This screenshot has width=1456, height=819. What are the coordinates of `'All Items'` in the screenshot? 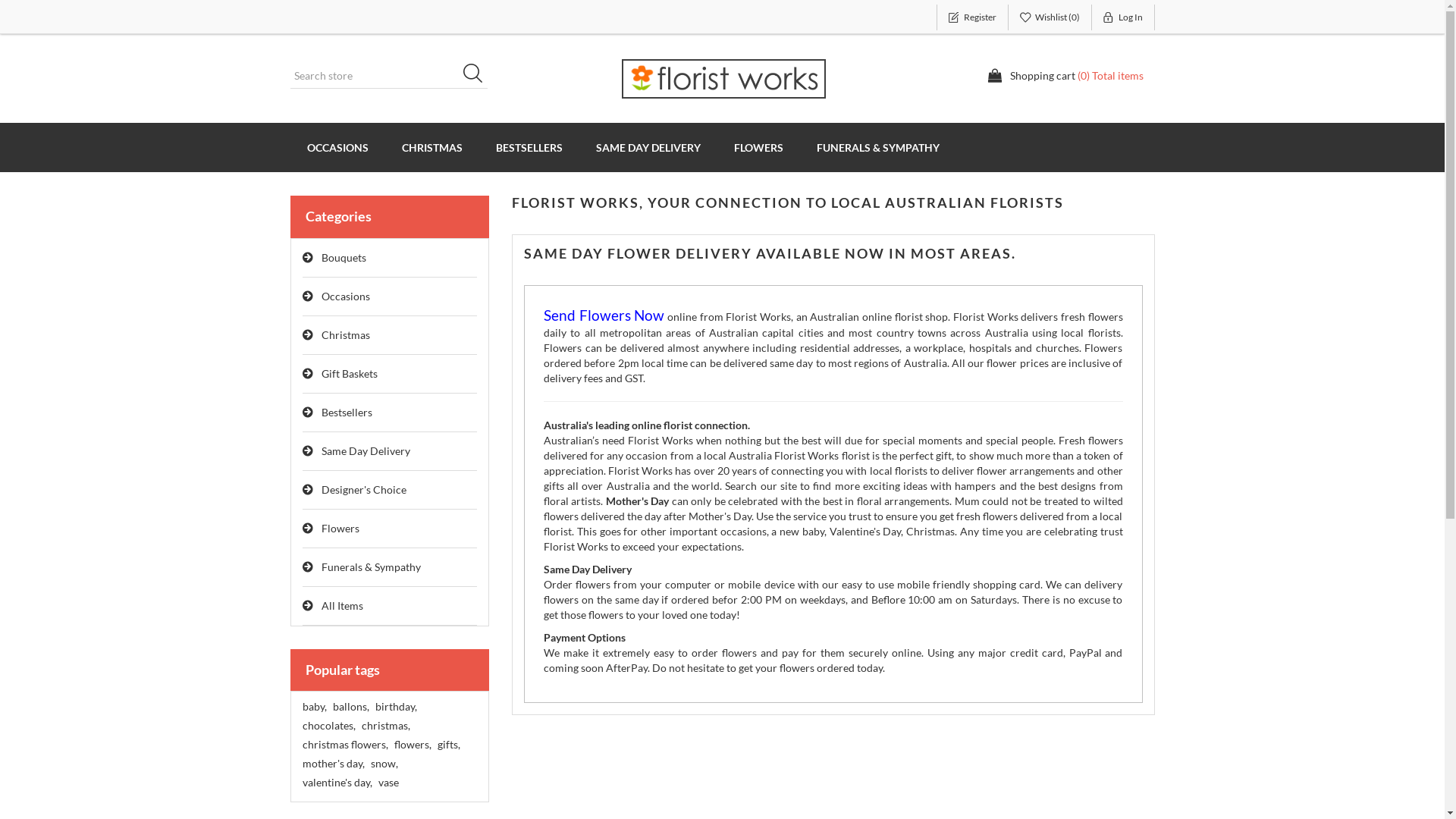 It's located at (302, 605).